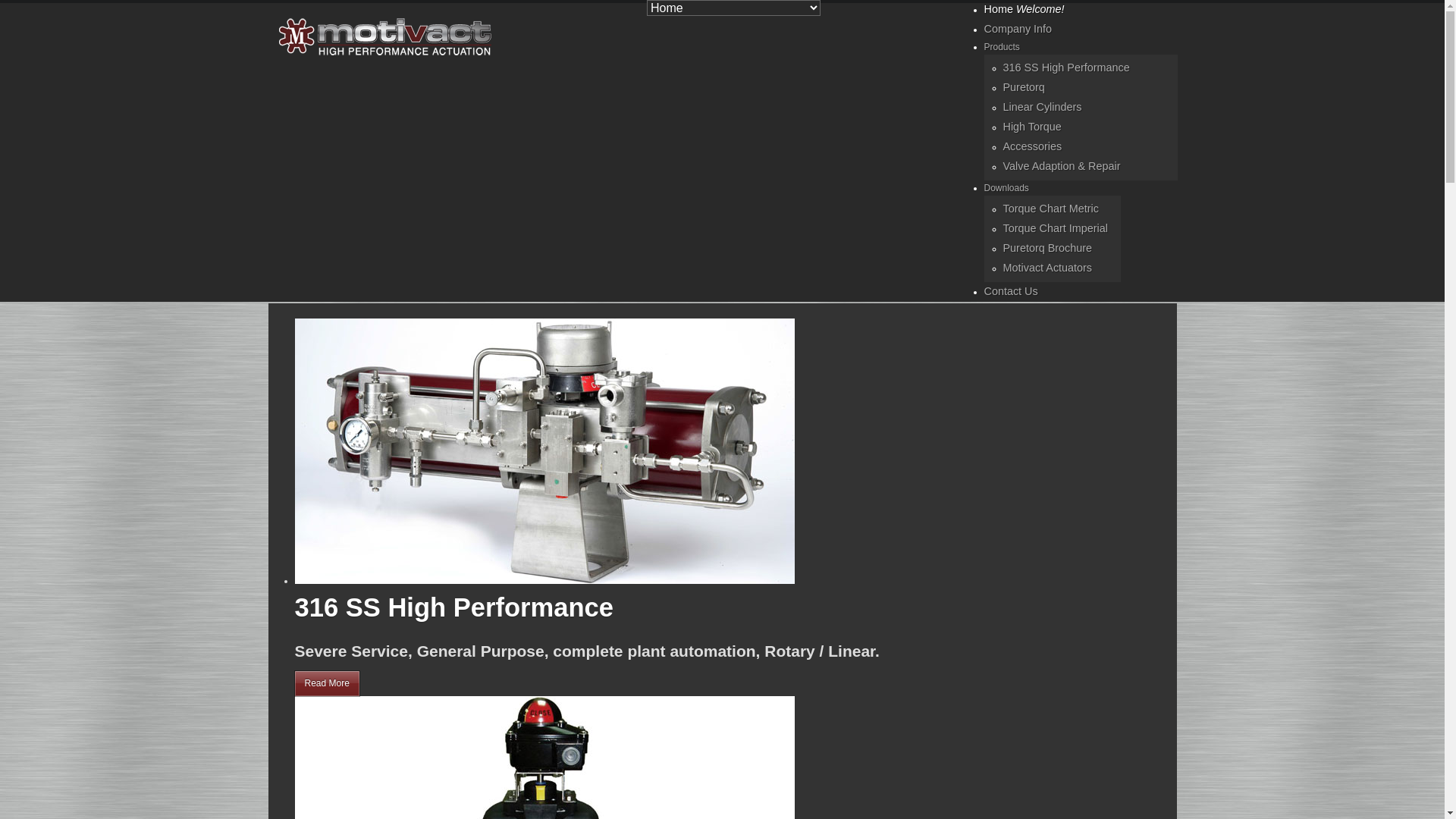  Describe the element at coordinates (1050, 208) in the screenshot. I see `'Torque Chart Metric'` at that location.